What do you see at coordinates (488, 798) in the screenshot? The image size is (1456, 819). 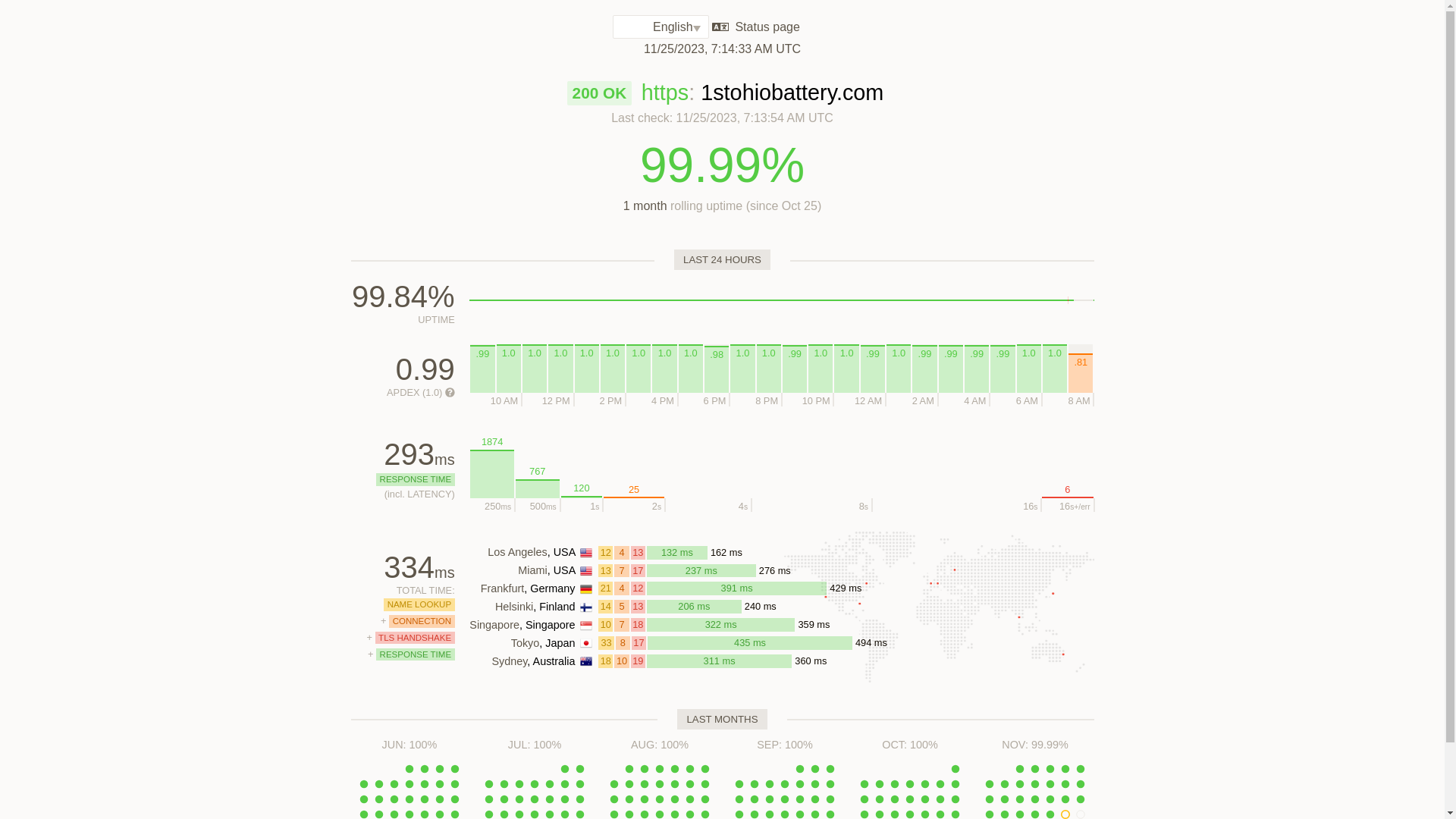 I see `'<small>Jul 10:</small> No downtime'` at bounding box center [488, 798].